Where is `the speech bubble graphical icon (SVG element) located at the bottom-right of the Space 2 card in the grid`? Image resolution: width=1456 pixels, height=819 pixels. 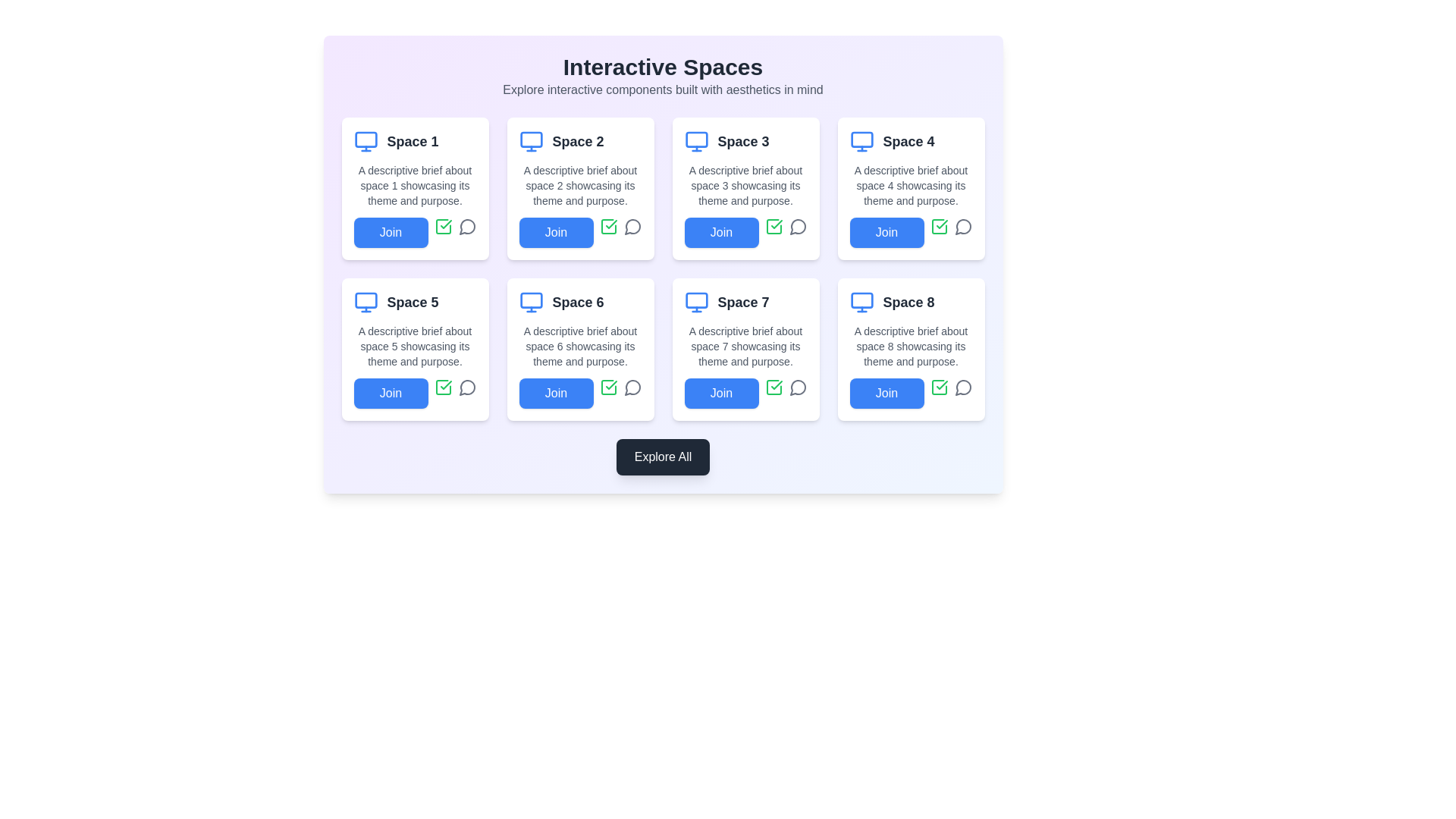
the speech bubble graphical icon (SVG element) located at the bottom-right of the Space 2 card in the grid is located at coordinates (632, 227).